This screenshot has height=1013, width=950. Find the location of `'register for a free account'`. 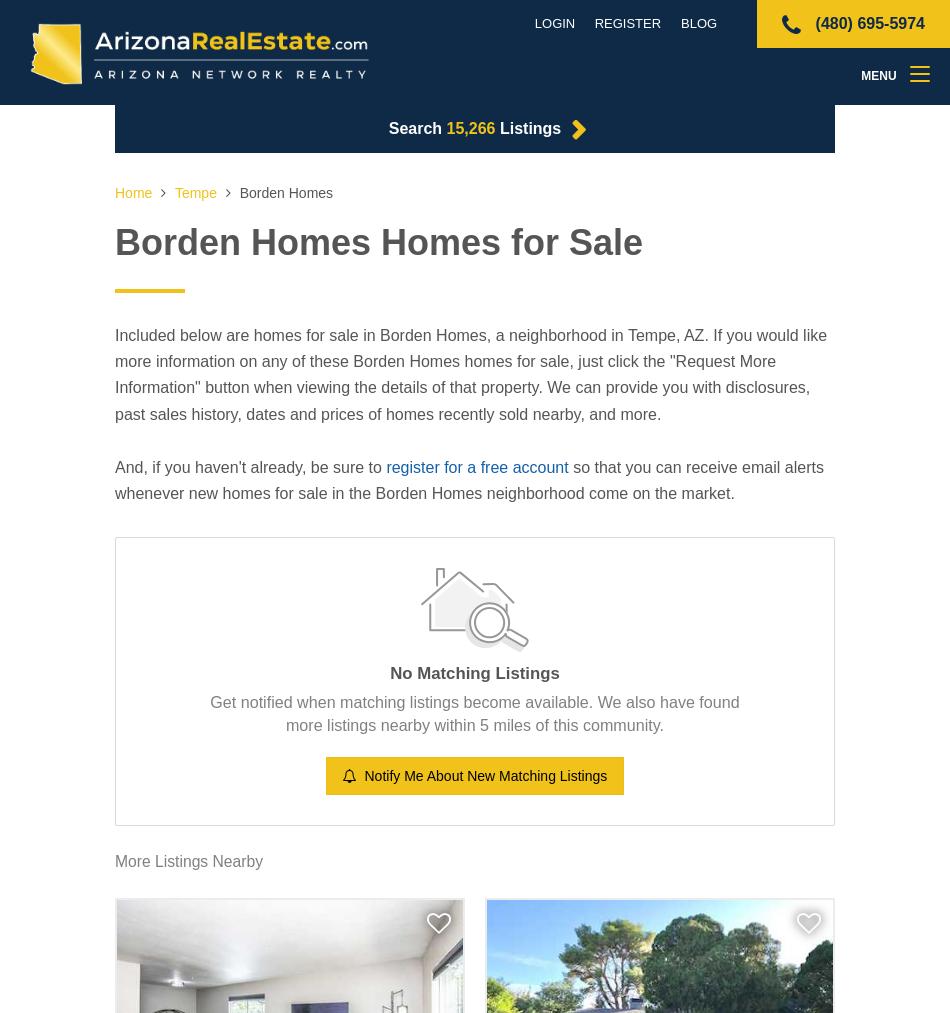

'register for a free account' is located at coordinates (476, 465).